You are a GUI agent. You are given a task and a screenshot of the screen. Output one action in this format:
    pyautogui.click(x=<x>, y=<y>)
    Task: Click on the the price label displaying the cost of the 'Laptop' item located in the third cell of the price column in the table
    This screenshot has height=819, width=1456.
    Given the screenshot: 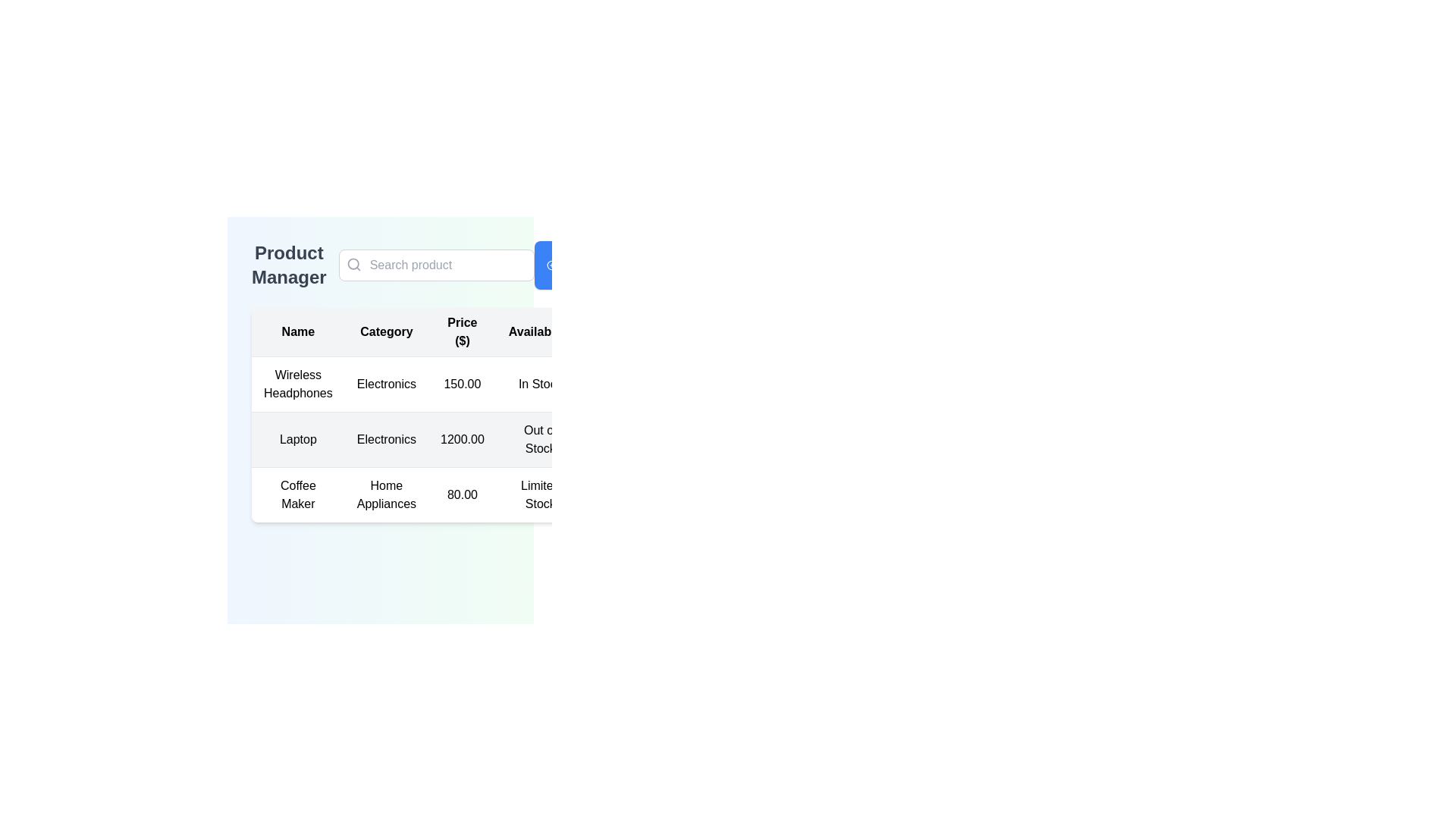 What is the action you would take?
    pyautogui.click(x=461, y=439)
    